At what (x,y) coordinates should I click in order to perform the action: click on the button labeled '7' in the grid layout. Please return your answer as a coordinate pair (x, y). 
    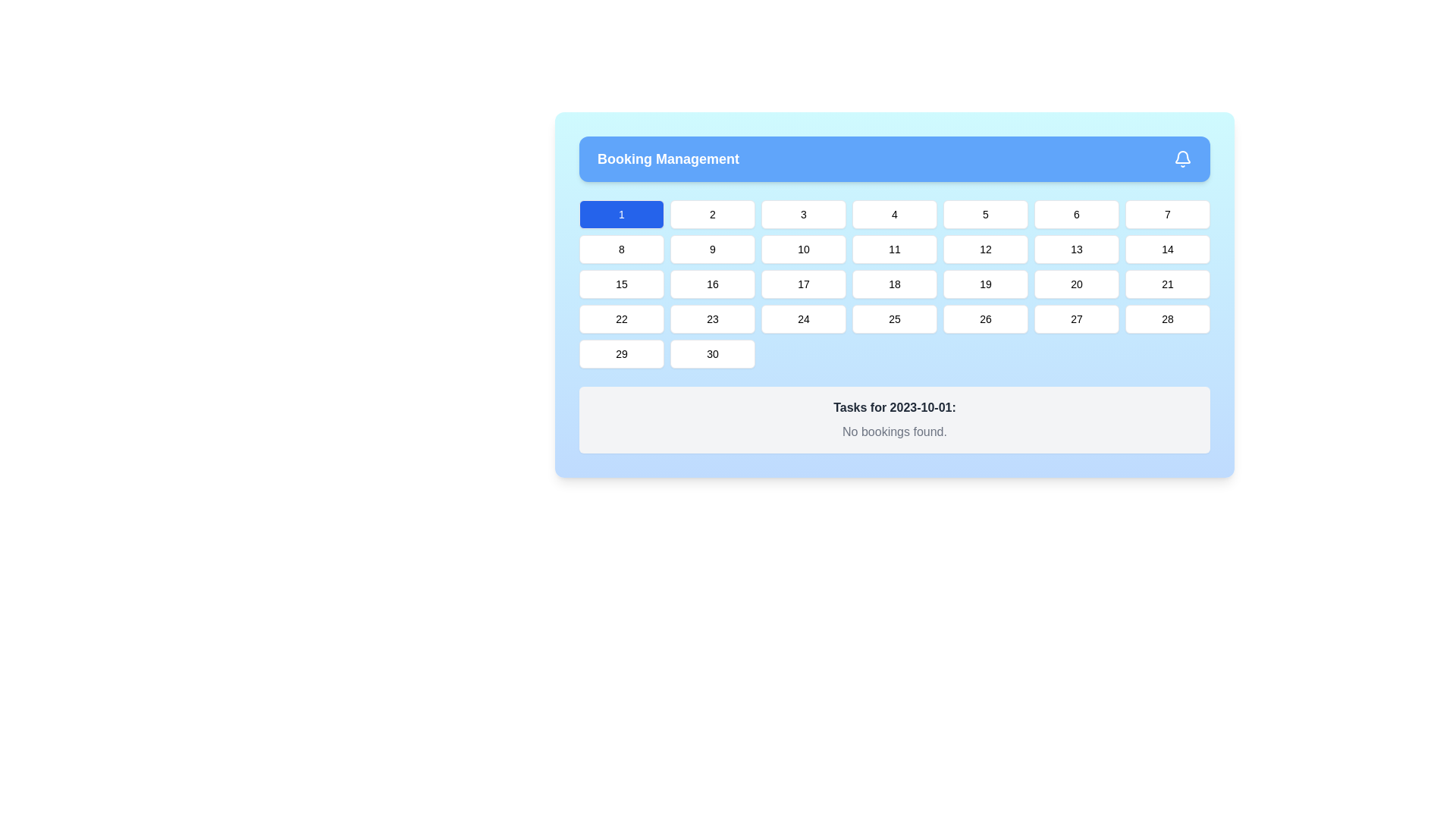
    Looking at the image, I should click on (1167, 214).